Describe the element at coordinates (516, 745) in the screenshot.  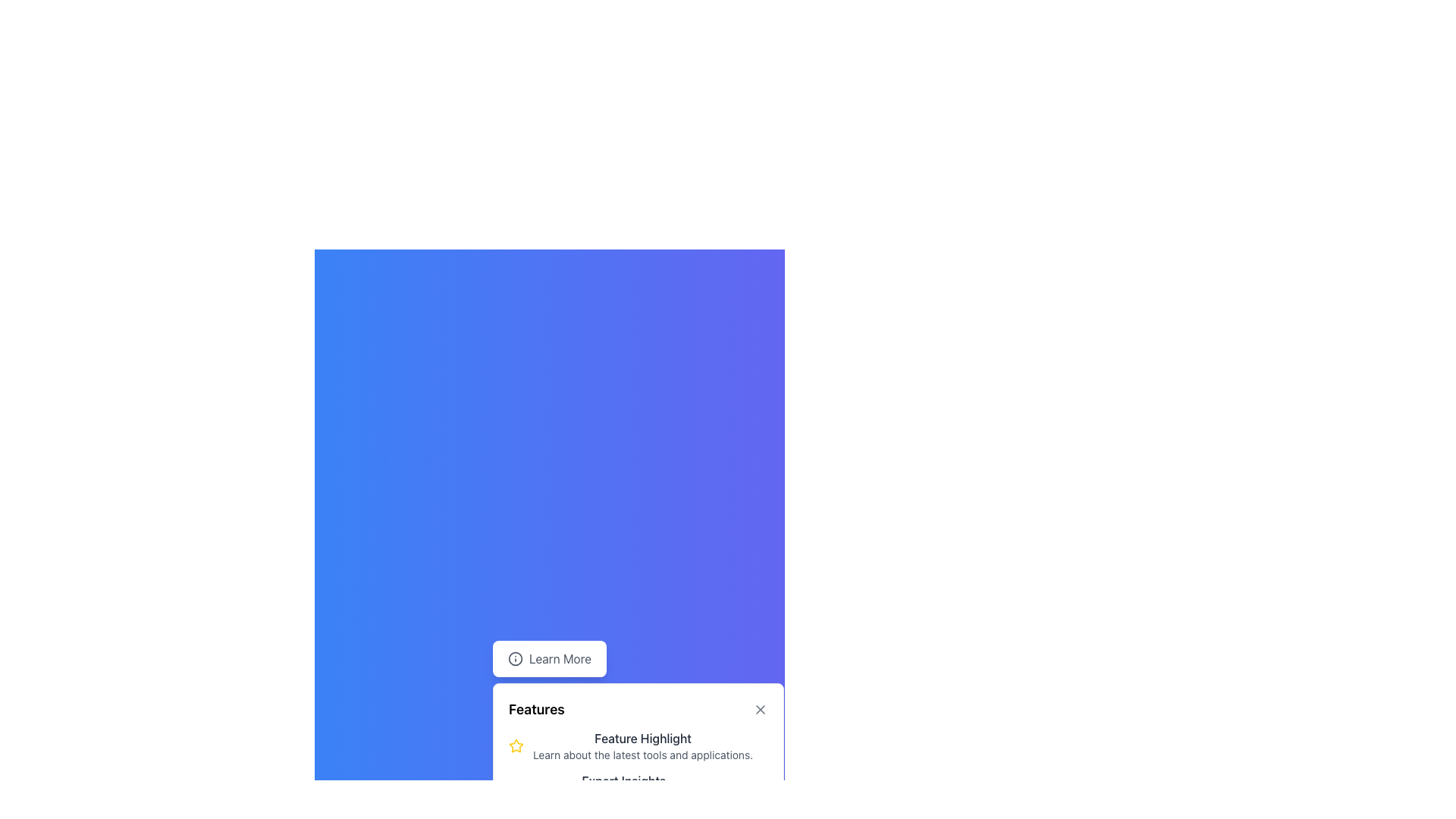
I see `the Icon that serves as a visual indicator for the 'Feature Highlight' section, located in the bottom section of the modal above the text 'Learn about the latest tools and applications'` at that location.